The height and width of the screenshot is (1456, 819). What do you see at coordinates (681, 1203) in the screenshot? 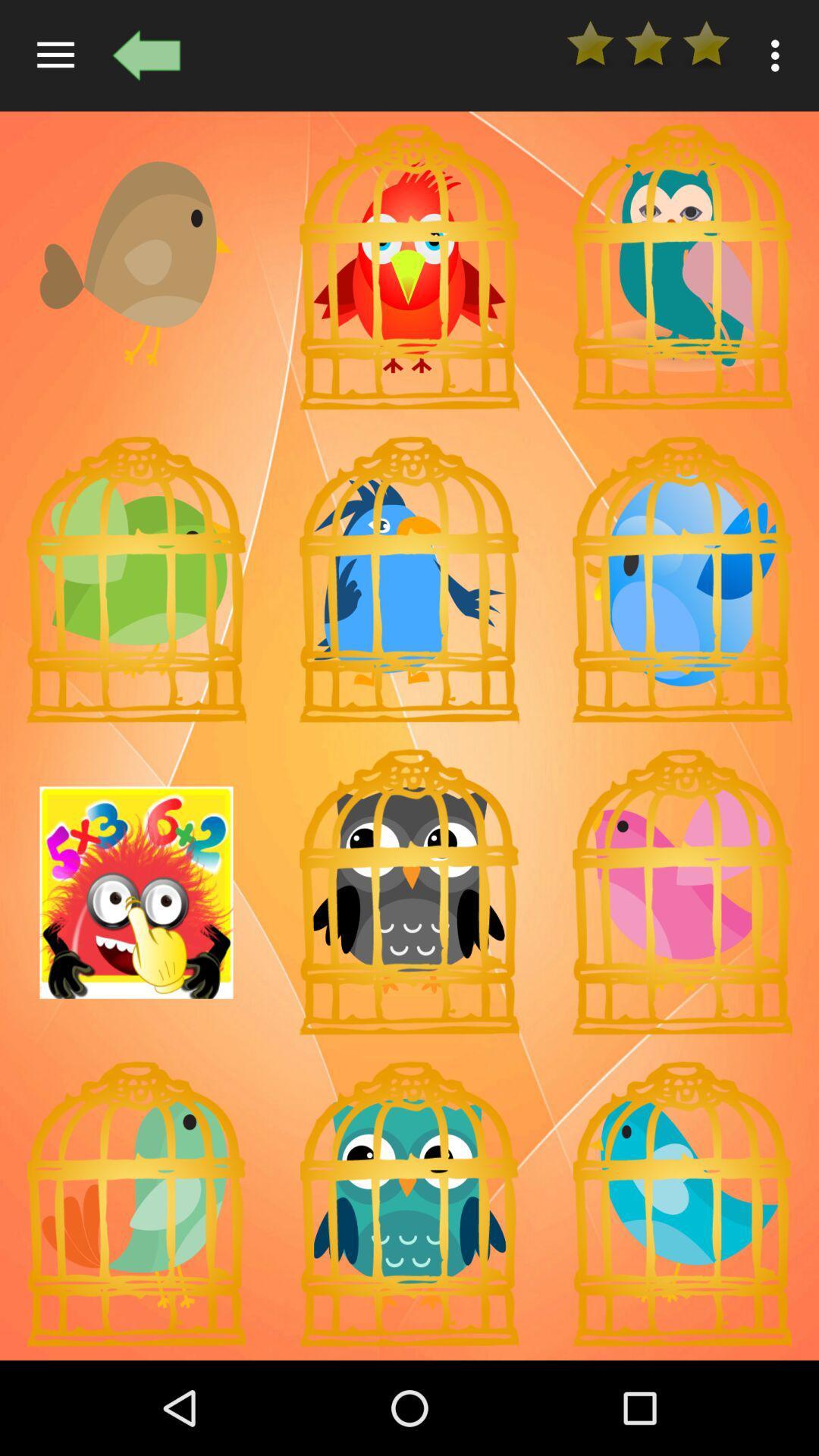
I see `locked avatar` at bounding box center [681, 1203].